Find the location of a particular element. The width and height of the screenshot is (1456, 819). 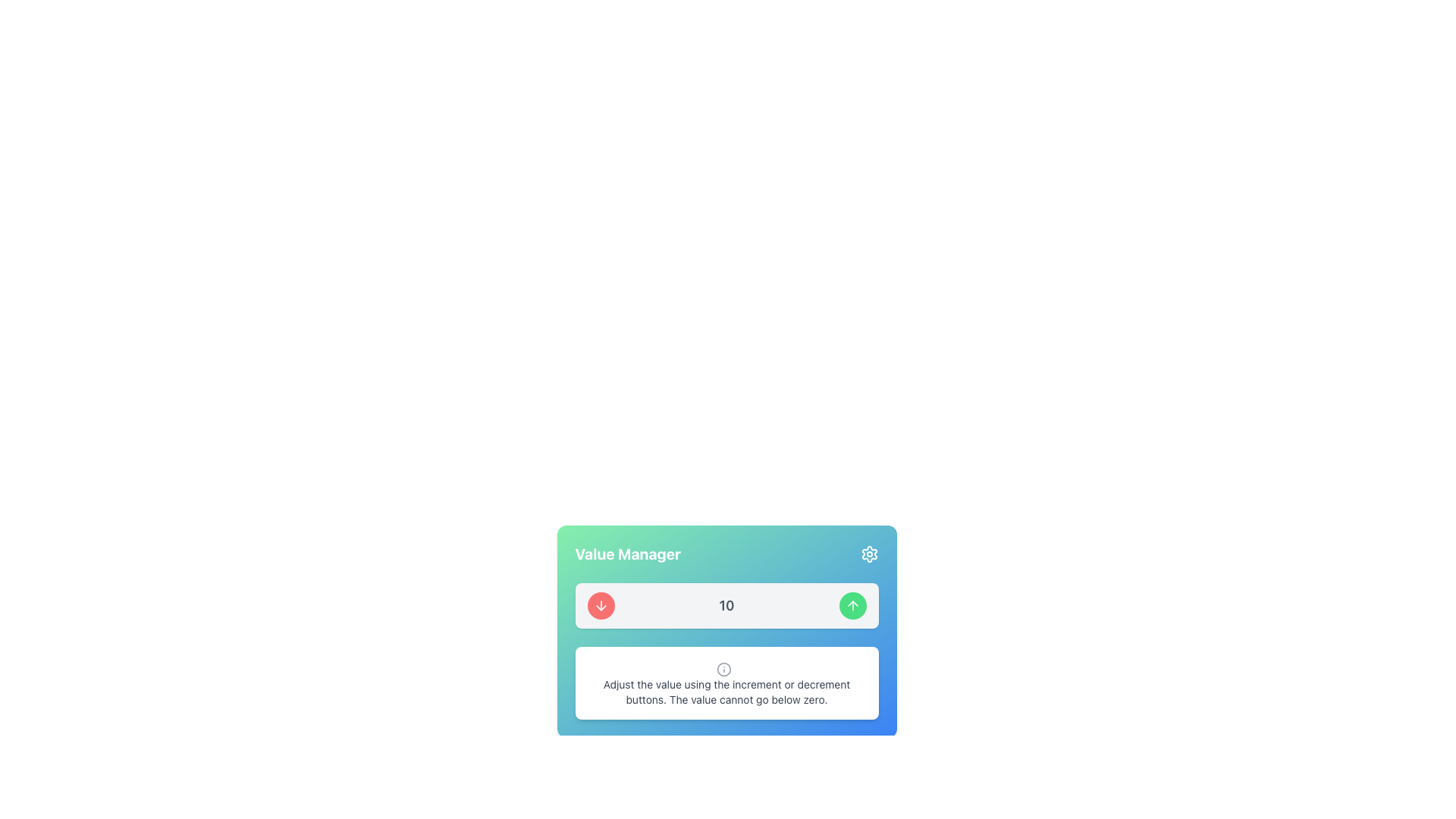

the green circular button located on the right side of the horizontal strip containing the number '10' in the 'Value Manager' widget to increment the value is located at coordinates (852, 604).